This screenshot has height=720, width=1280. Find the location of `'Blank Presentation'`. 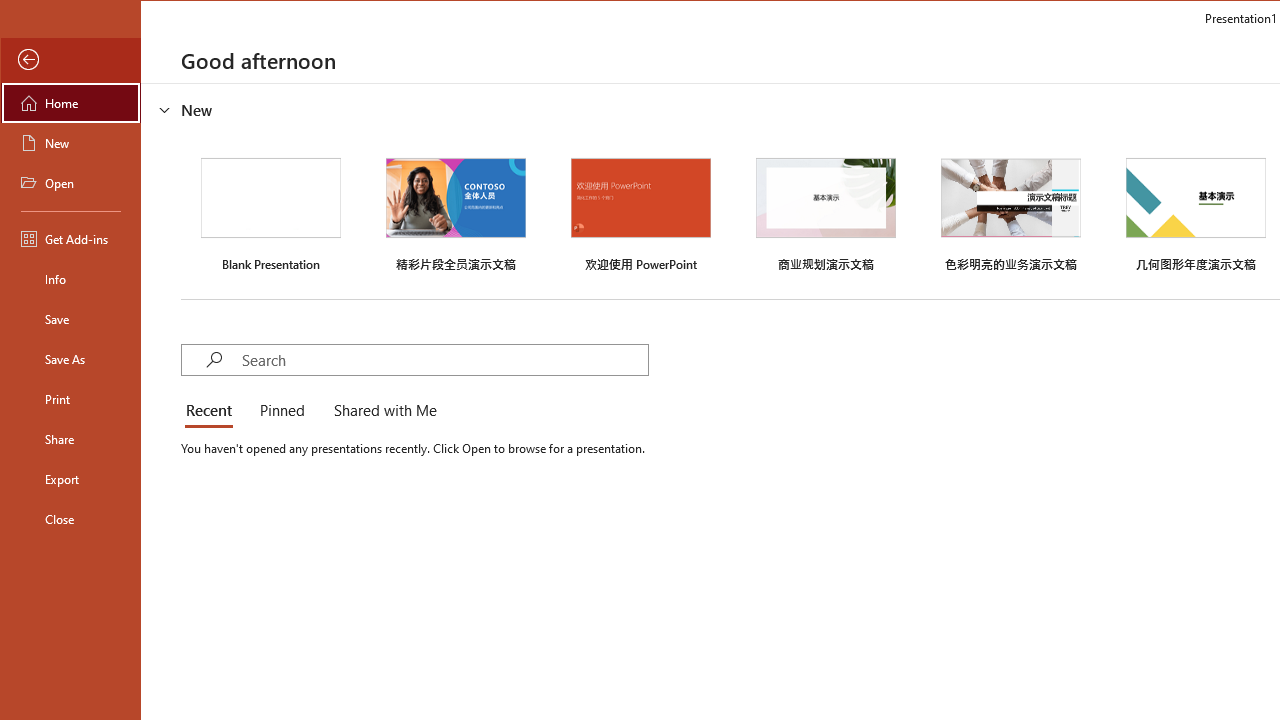

'Blank Presentation' is located at coordinates (269, 212).